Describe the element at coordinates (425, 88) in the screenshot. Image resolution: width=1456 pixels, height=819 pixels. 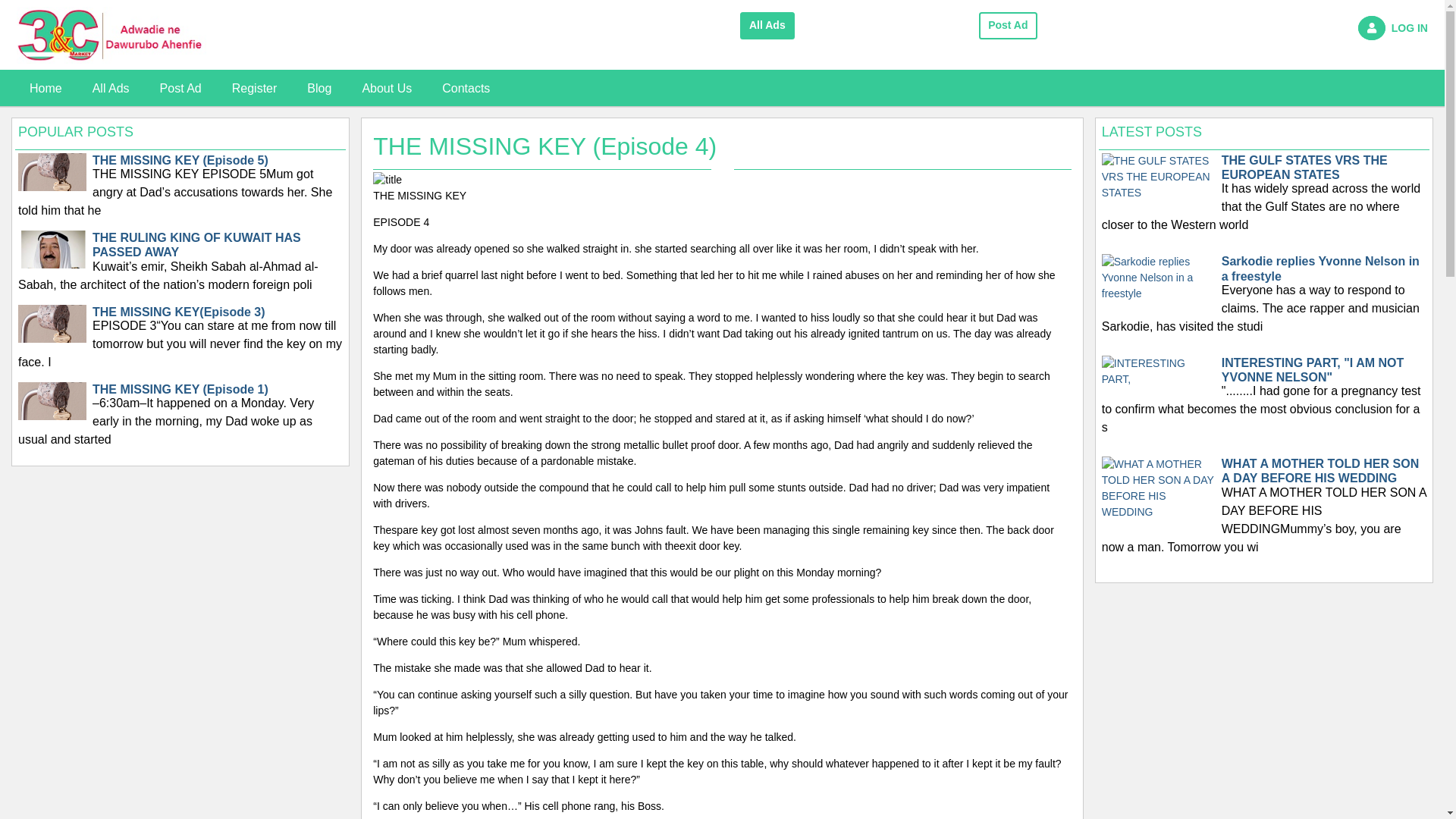
I see `'Contacts'` at that location.